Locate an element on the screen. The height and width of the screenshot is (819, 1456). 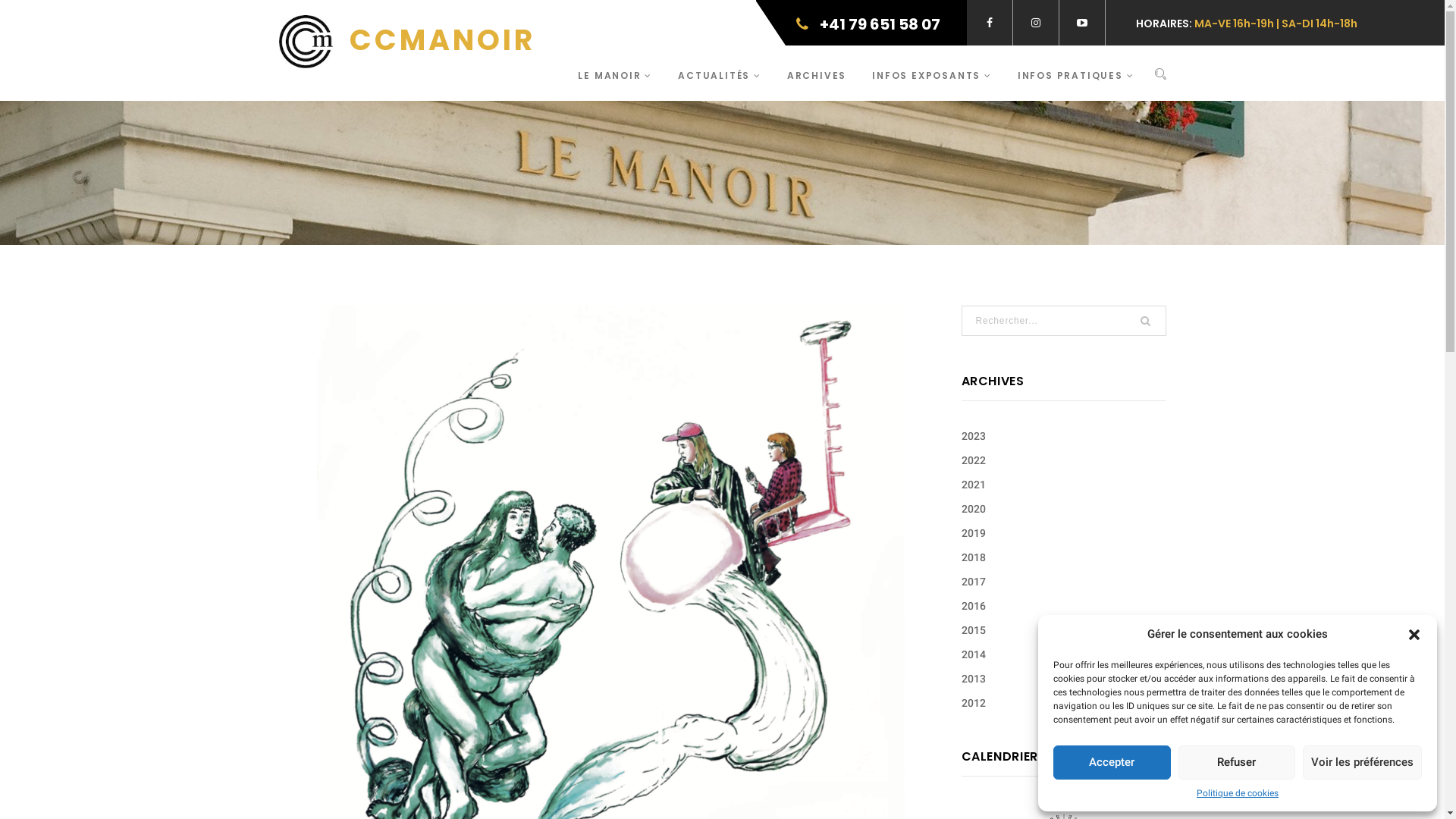
'+41 79 651 58 07' is located at coordinates (861, 21).